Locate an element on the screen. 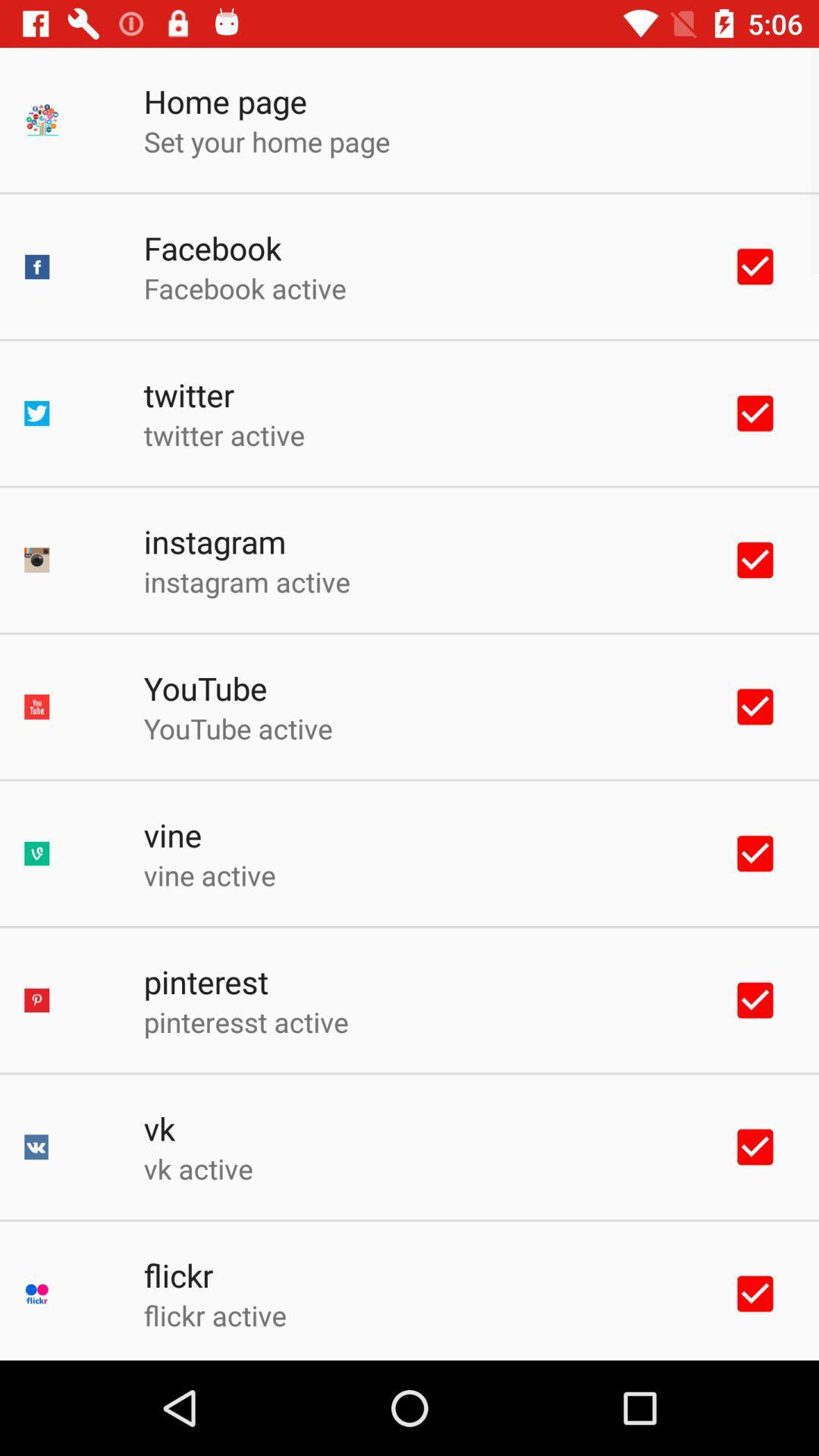 The width and height of the screenshot is (819, 1456). the youtube active is located at coordinates (238, 728).